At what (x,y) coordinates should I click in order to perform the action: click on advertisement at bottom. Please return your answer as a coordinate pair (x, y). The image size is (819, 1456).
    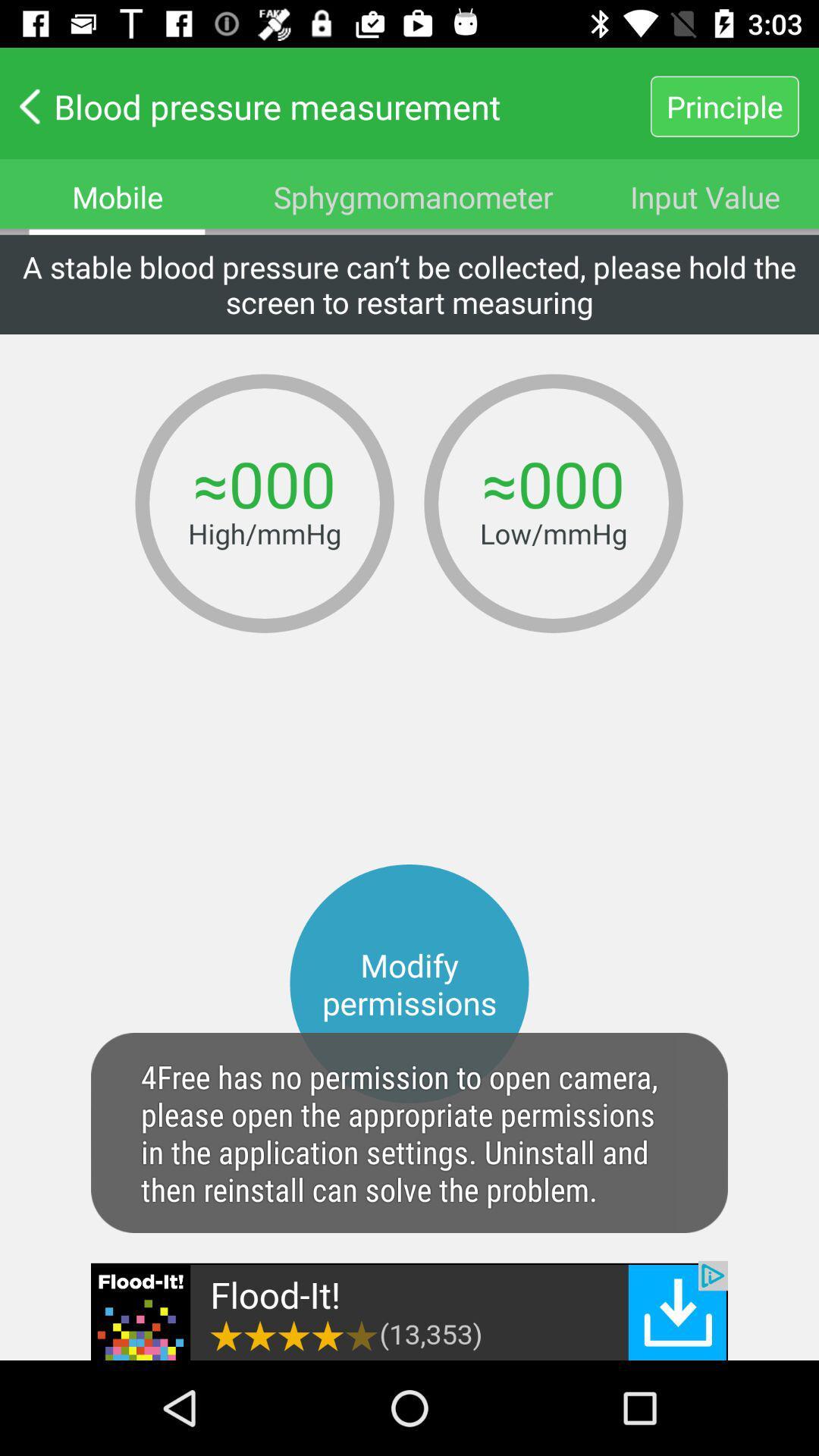
    Looking at the image, I should click on (409, 1310).